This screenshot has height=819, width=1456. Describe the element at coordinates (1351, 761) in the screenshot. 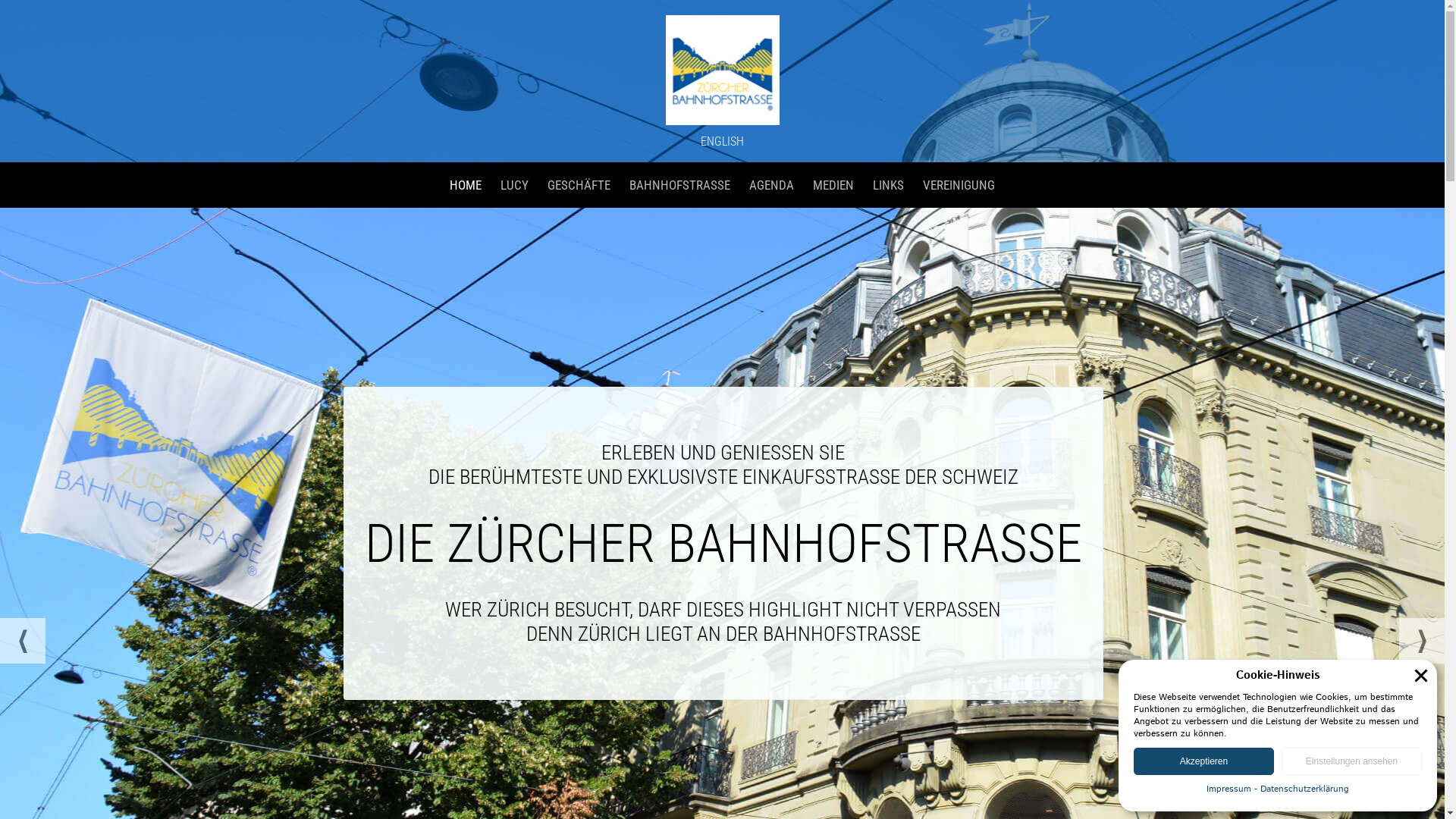

I see `'Einstellungen ansehen'` at that location.